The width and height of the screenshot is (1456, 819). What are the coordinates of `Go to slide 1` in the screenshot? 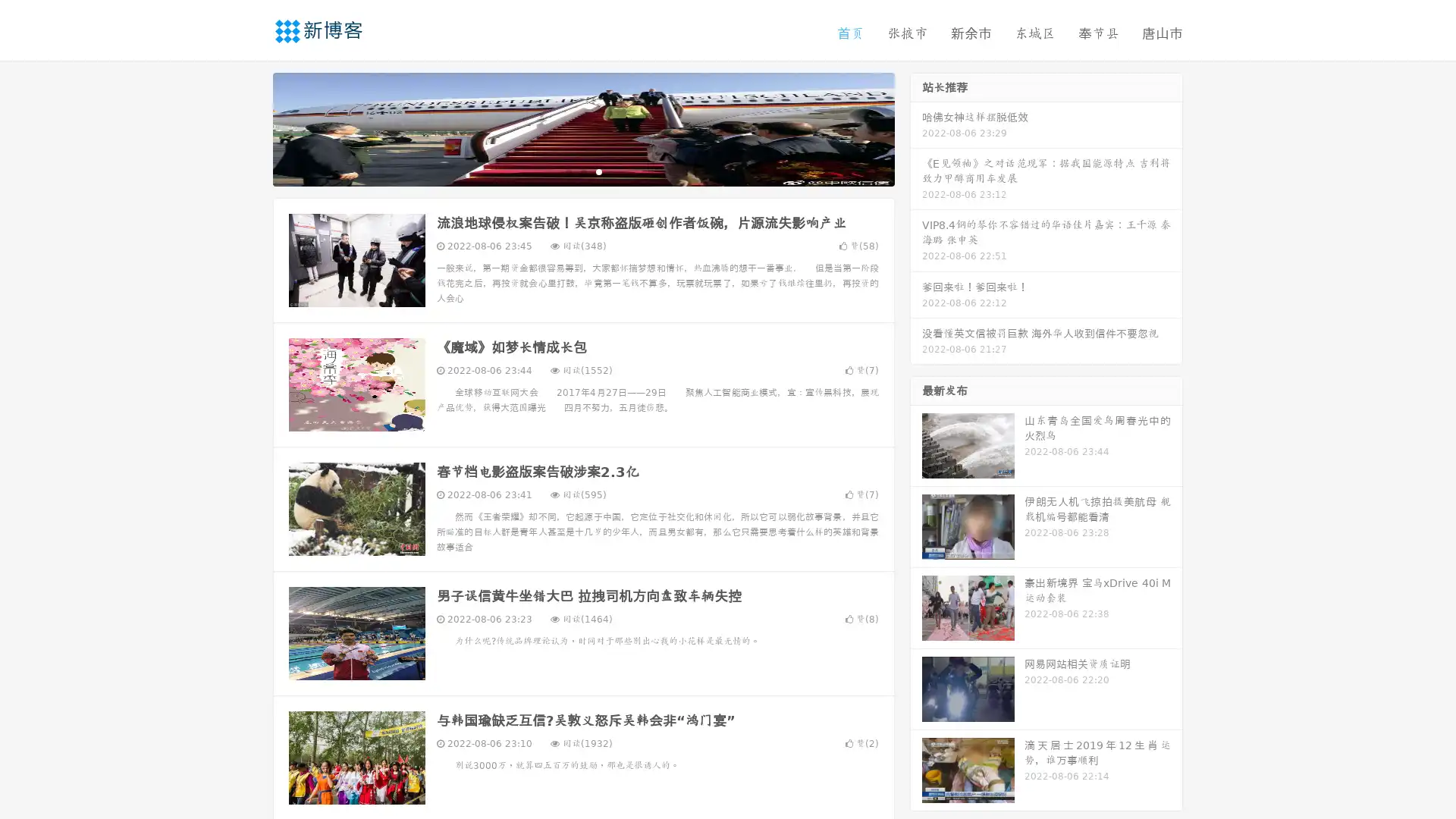 It's located at (567, 171).